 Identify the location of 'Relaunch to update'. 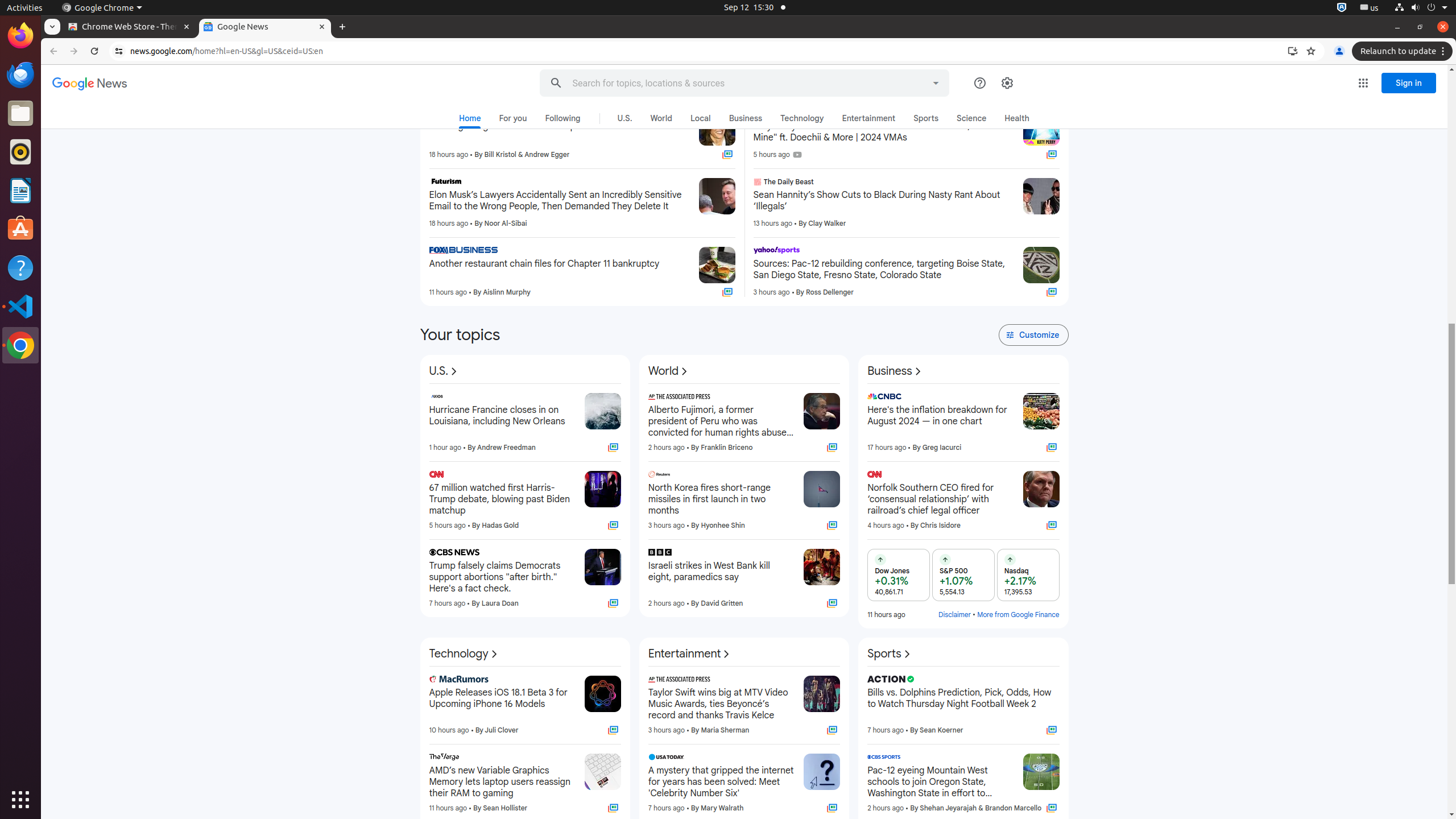
(1403, 51).